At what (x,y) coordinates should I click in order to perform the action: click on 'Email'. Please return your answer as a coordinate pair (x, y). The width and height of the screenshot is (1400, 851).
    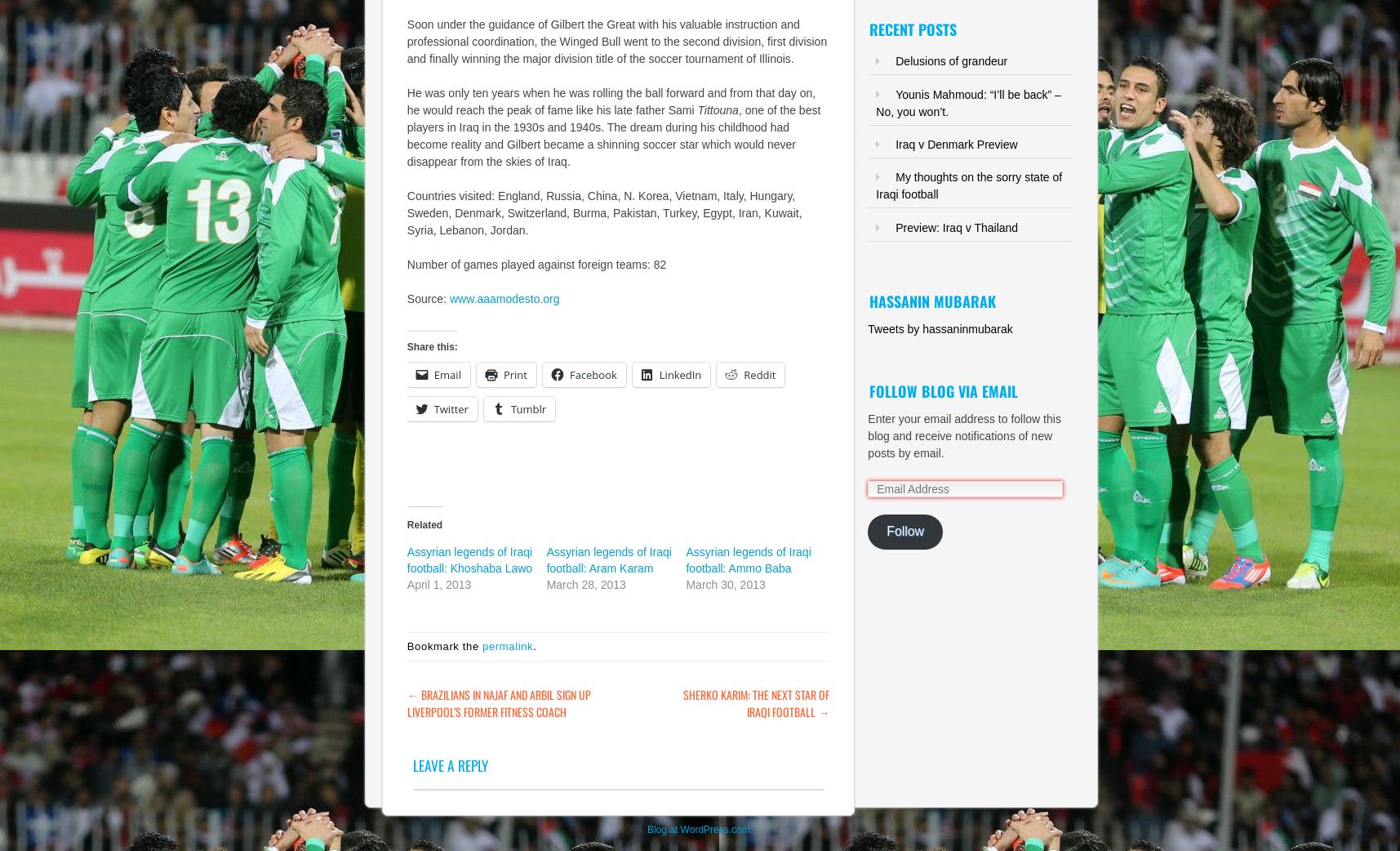
    Looking at the image, I should click on (446, 375).